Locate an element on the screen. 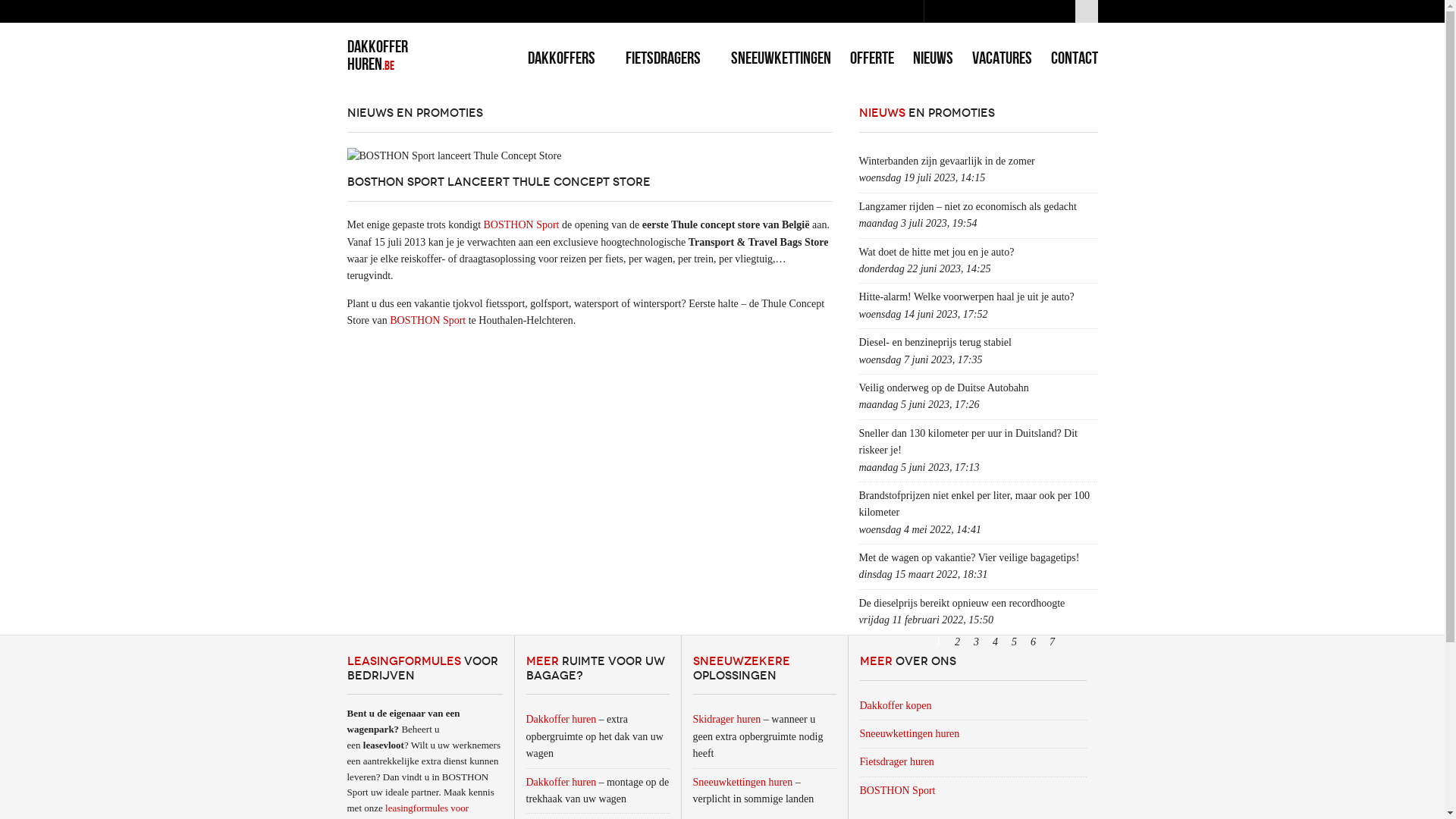 The height and width of the screenshot is (819, 1456). 'Hitte-alarm! Welke voorwerpen haal je uit je auto?' is located at coordinates (965, 297).